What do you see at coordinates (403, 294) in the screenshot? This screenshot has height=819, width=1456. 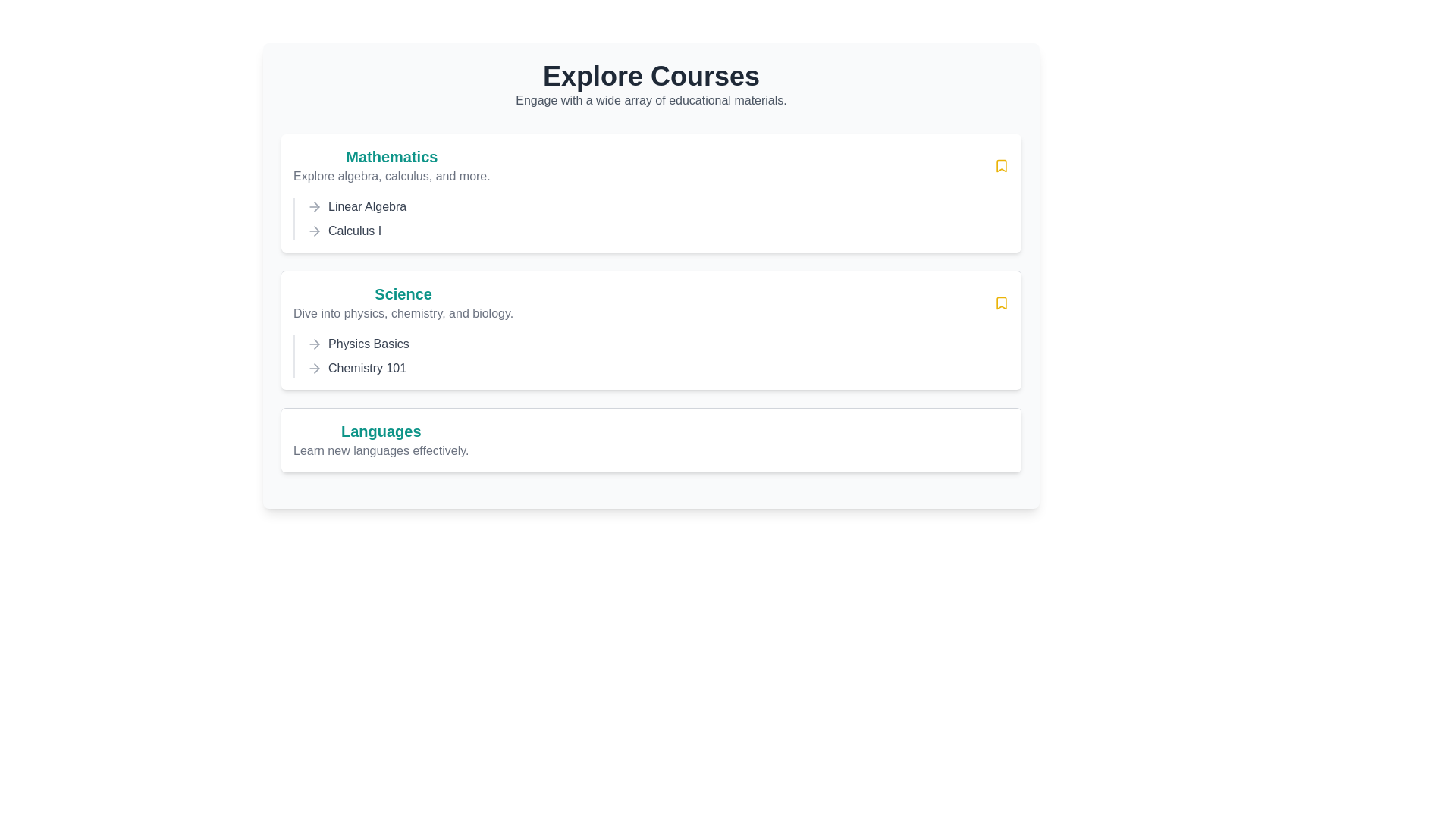 I see `the 'Science' hyperlink, which is a bold and enlarged teal text link located in the second card section` at bounding box center [403, 294].